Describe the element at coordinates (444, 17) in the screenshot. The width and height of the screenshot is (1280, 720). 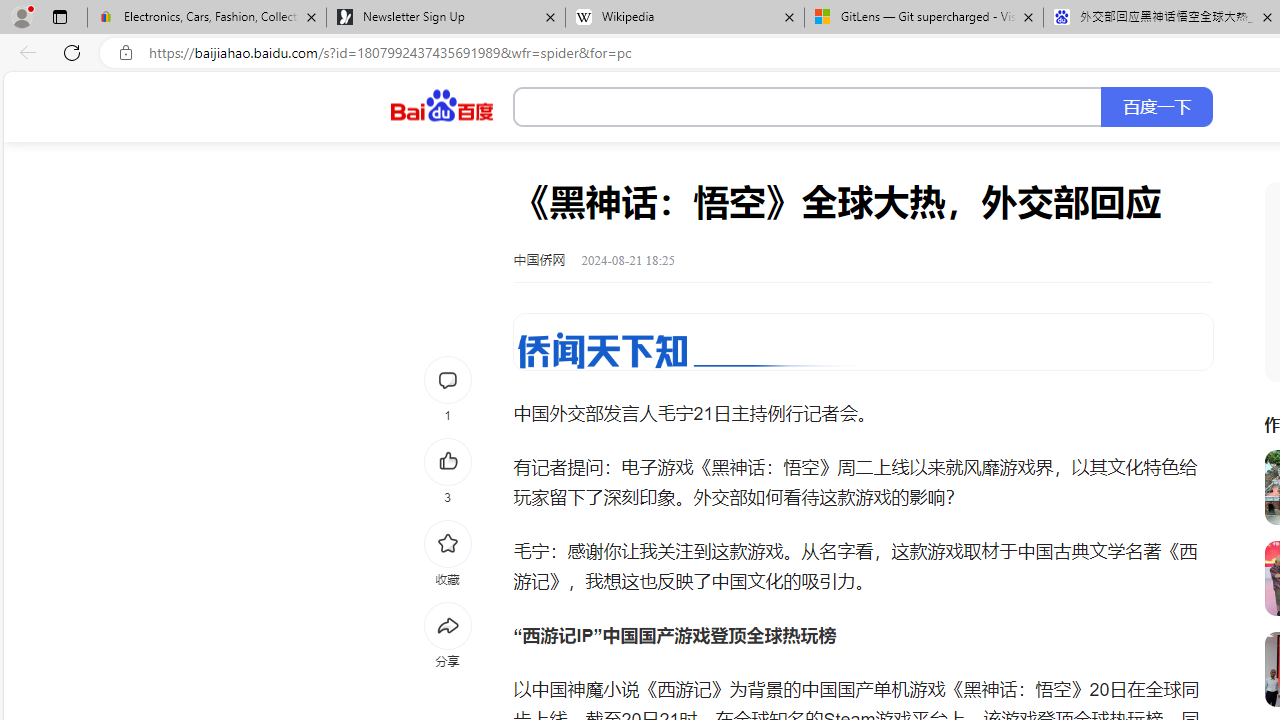
I see `'Newsletter Sign Up'` at that location.